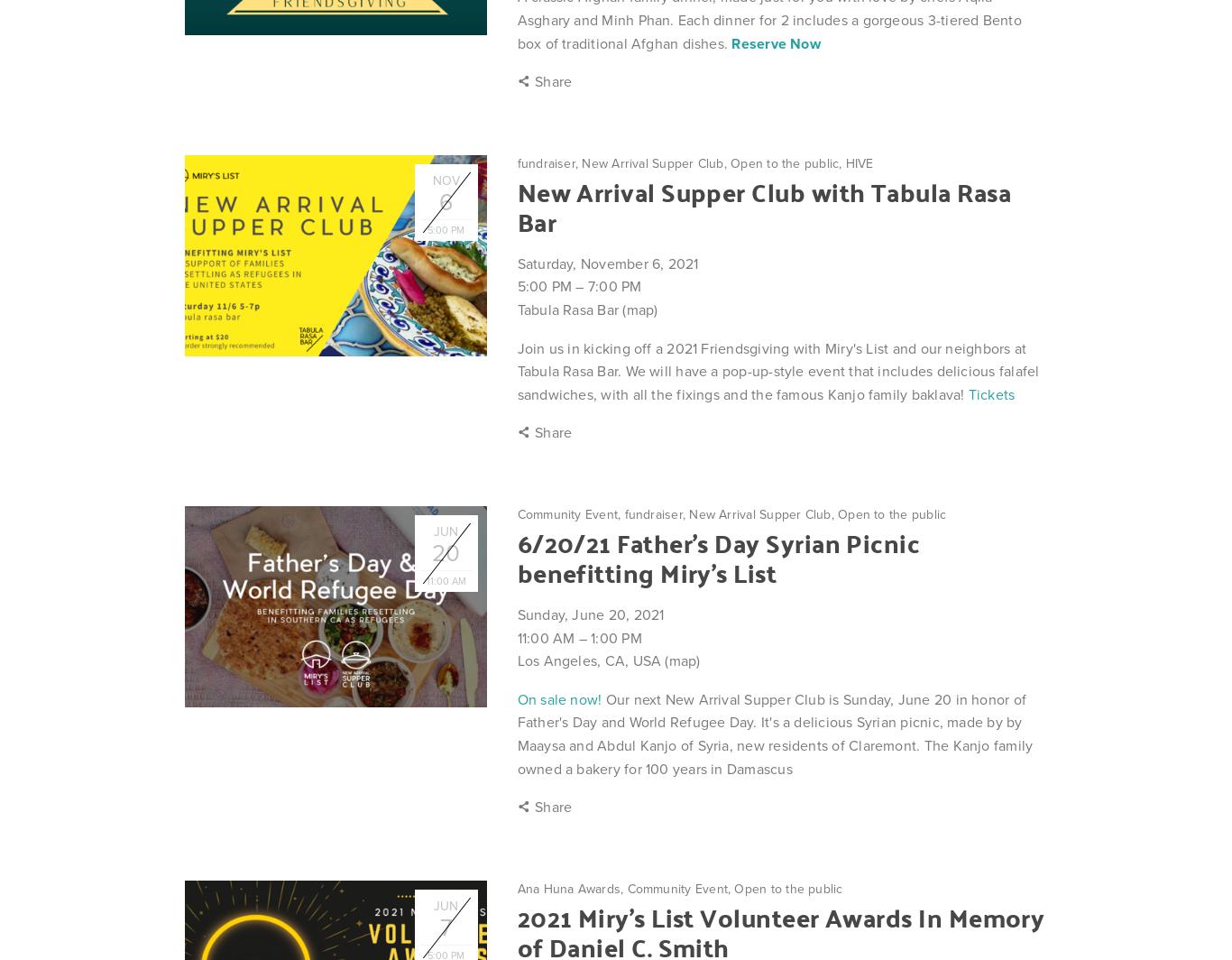  I want to click on '5:00 PM', so click(516, 286).